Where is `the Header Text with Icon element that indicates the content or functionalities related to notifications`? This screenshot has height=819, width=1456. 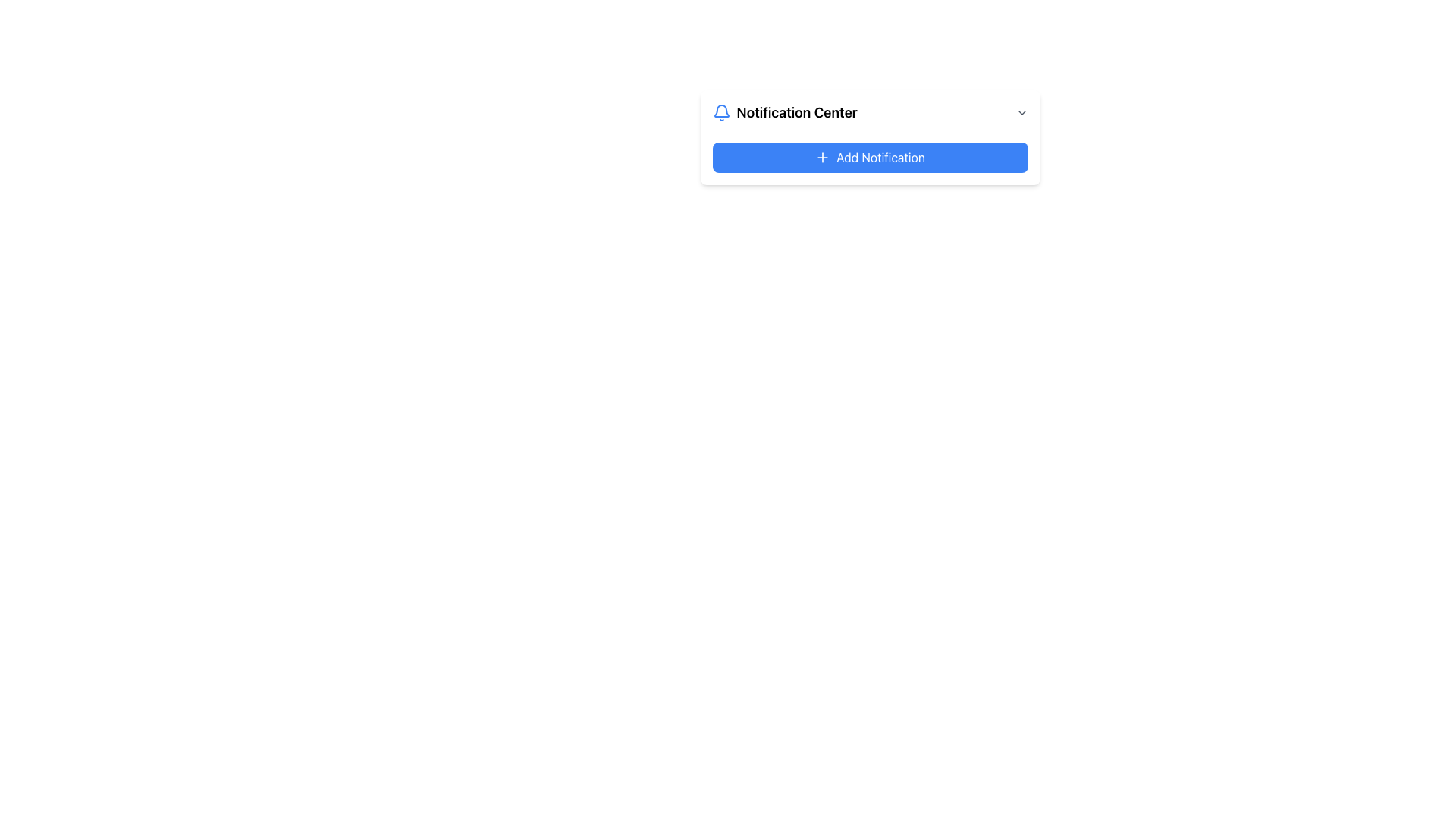 the Header Text with Icon element that indicates the content or functionalities related to notifications is located at coordinates (785, 112).